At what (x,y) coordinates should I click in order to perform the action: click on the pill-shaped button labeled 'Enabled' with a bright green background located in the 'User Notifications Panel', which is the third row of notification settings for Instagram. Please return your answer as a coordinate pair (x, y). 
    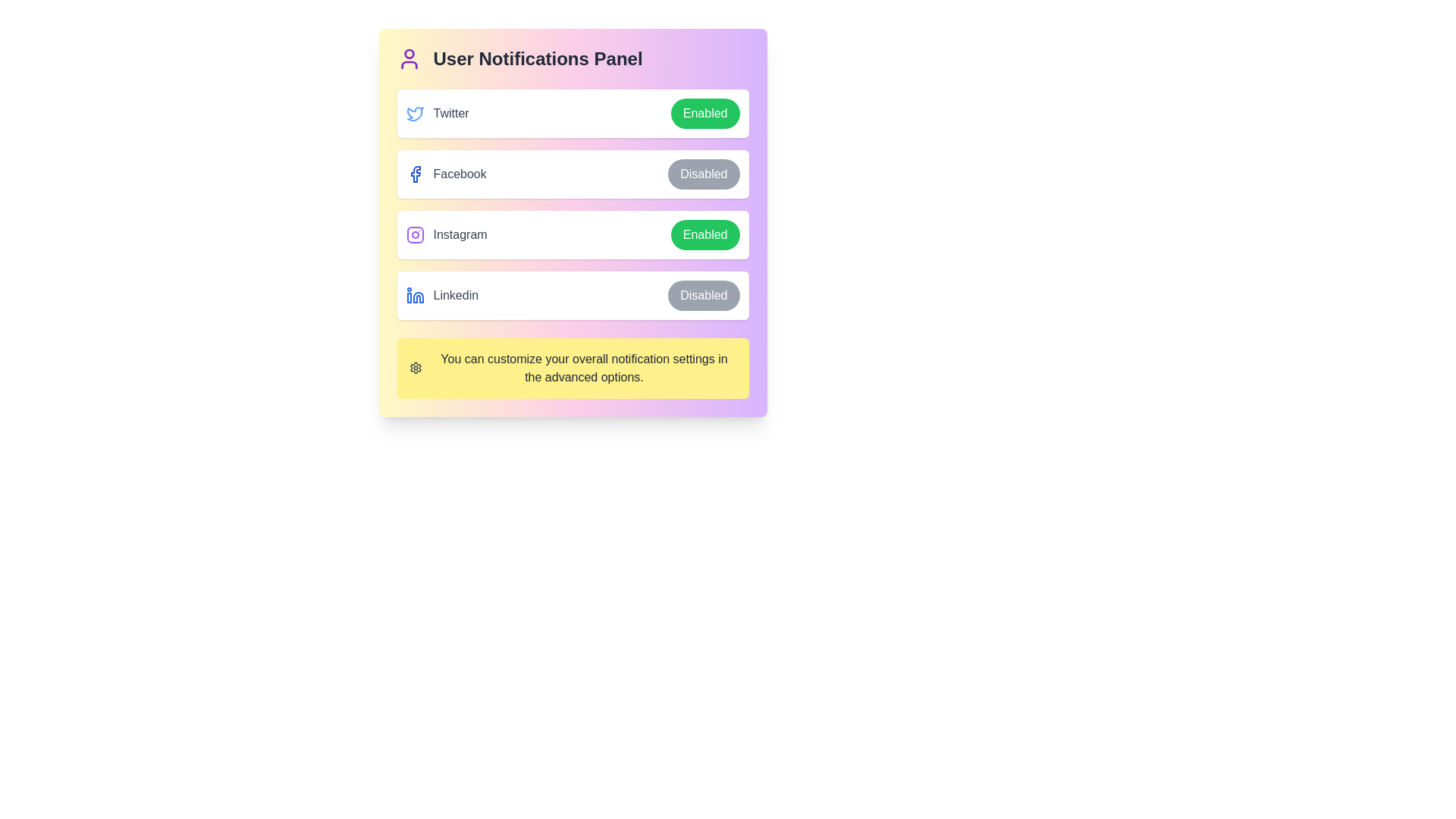
    Looking at the image, I should click on (704, 234).